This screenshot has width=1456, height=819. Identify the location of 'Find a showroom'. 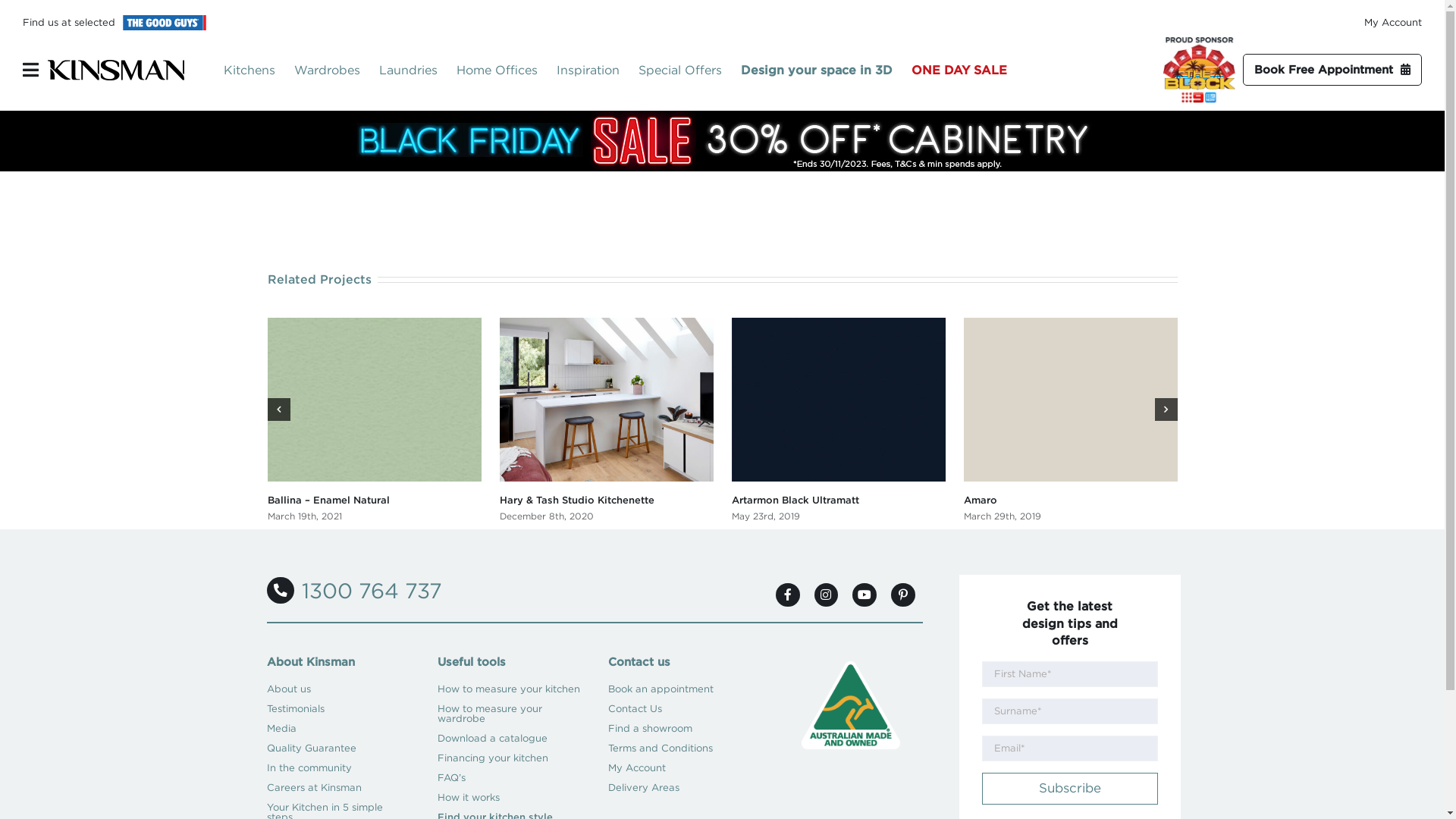
(607, 727).